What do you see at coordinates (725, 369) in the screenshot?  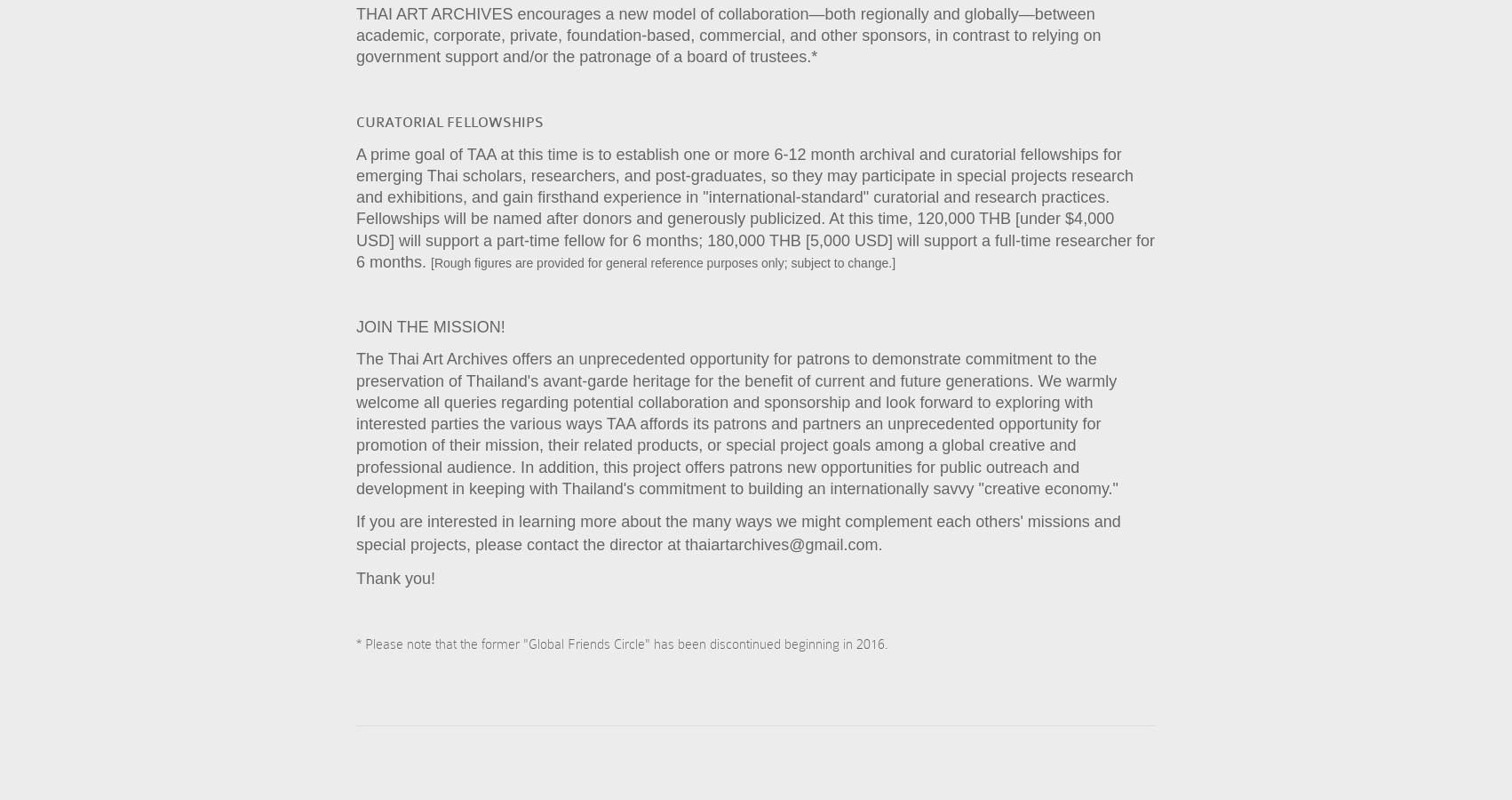 I see `'The Thai Art Archives offers an unprecedented opportunity for patrons to demonstrate commitment to the preservation of Thailand's avant-garde heritage for the benefit of current and future generations.'` at bounding box center [725, 369].